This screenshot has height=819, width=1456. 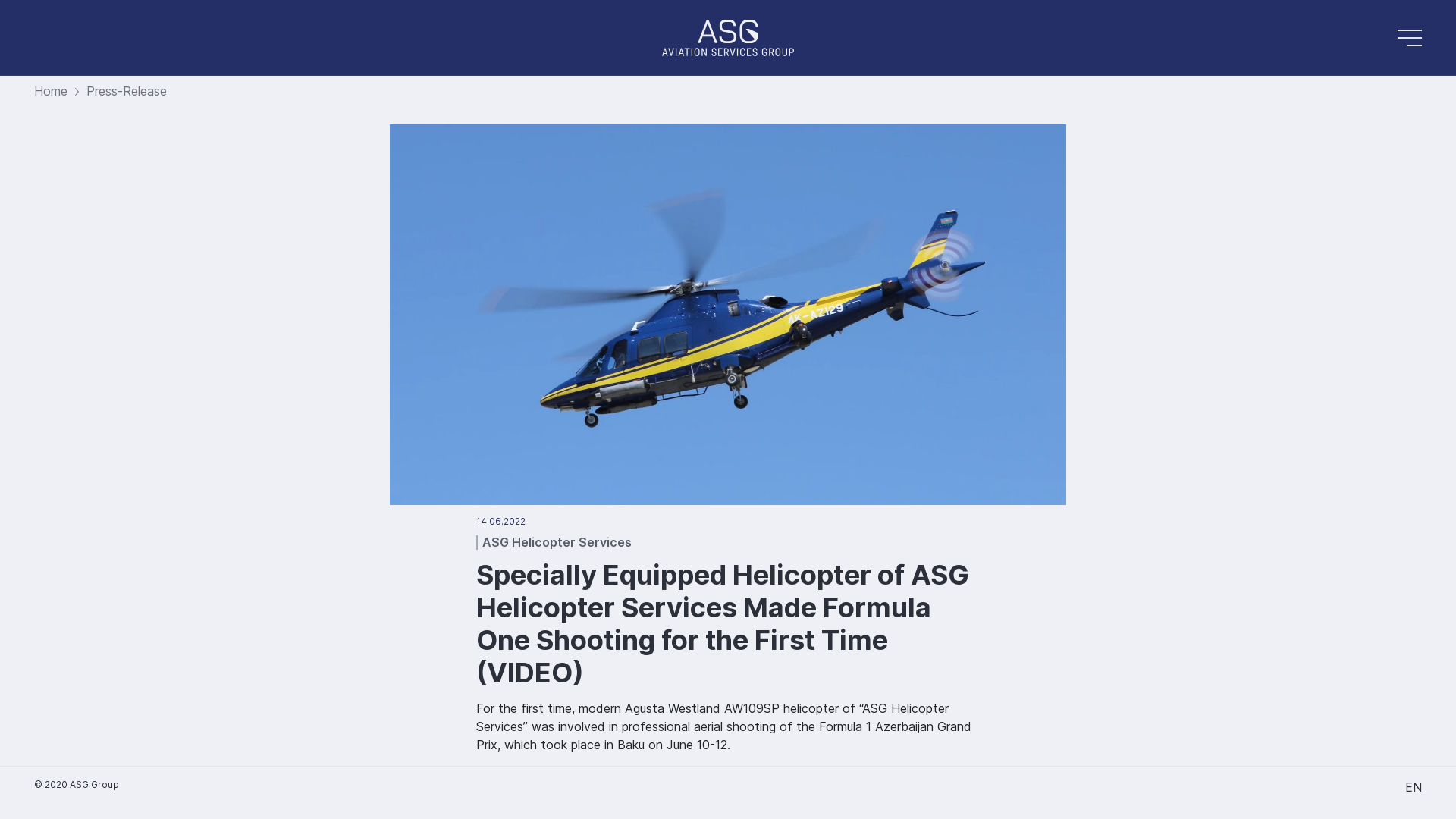 What do you see at coordinates (127, 90) in the screenshot?
I see `'Press-Release'` at bounding box center [127, 90].